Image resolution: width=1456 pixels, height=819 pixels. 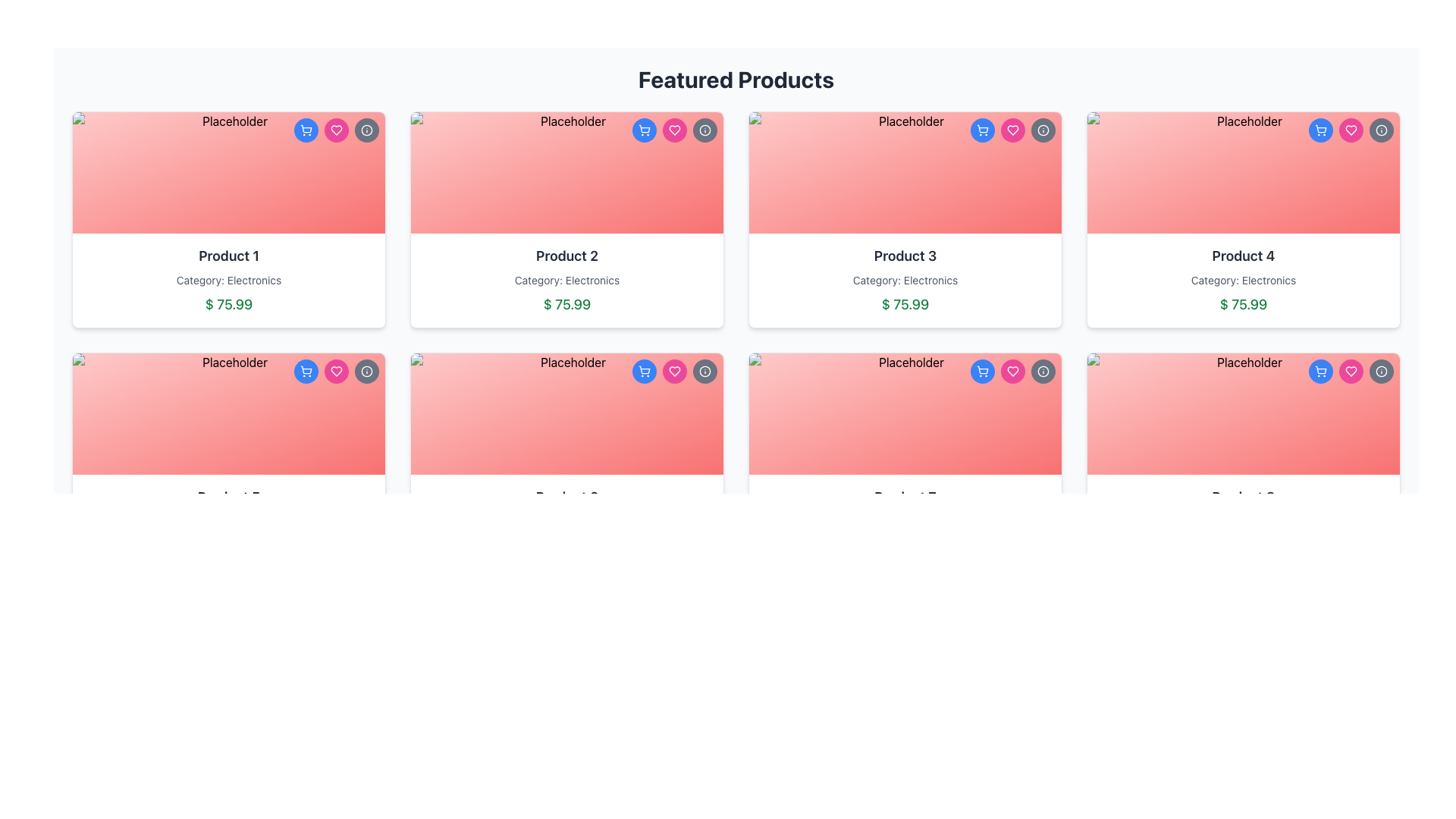 I want to click on text label displaying 'Category: Electronics' located within the product card for 'Product 4', positioned below the product title and above the price, so click(x=1244, y=281).